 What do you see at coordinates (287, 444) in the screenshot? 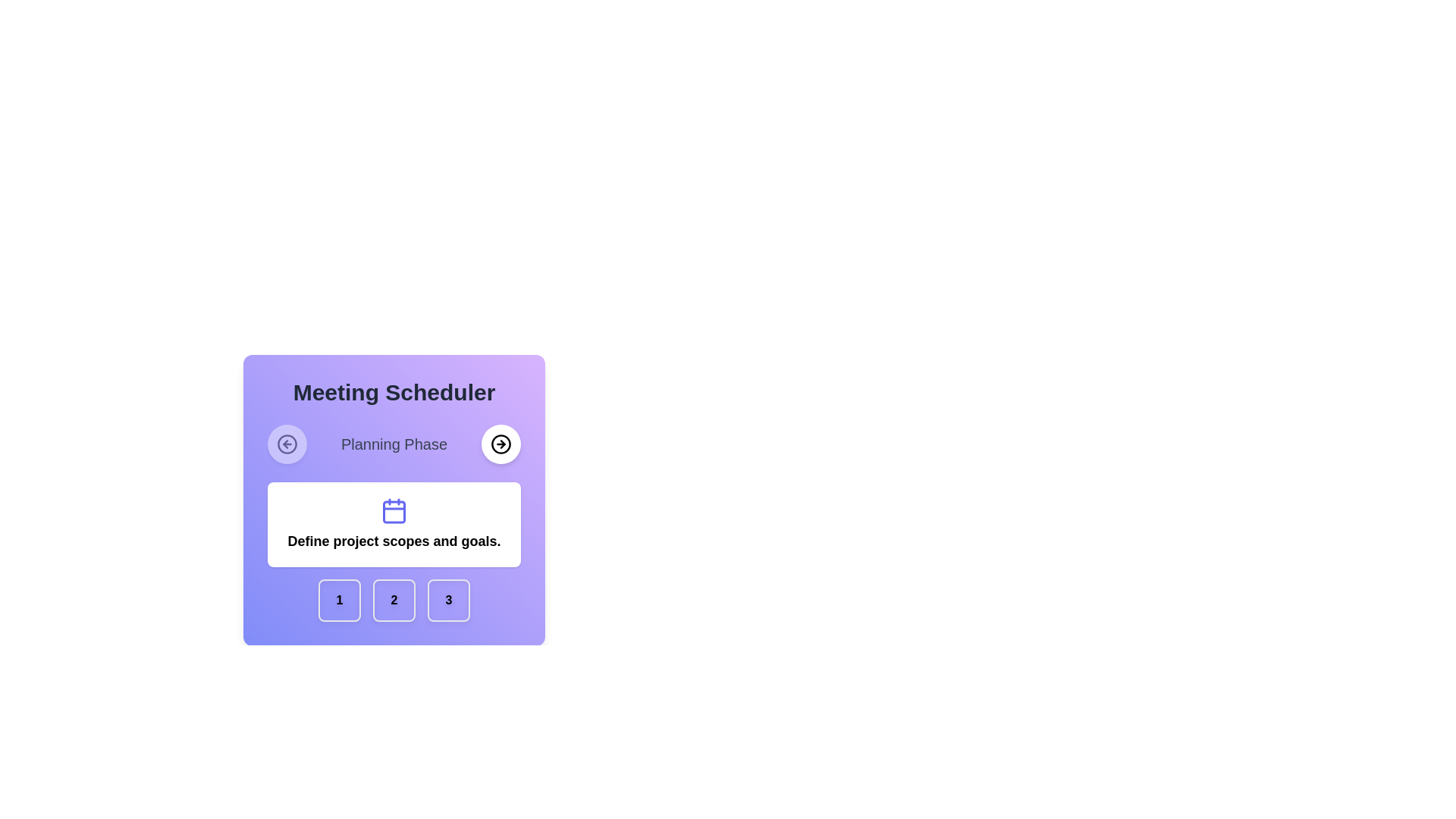
I see `the circular button with a white background and a leftward arrow icon` at bounding box center [287, 444].